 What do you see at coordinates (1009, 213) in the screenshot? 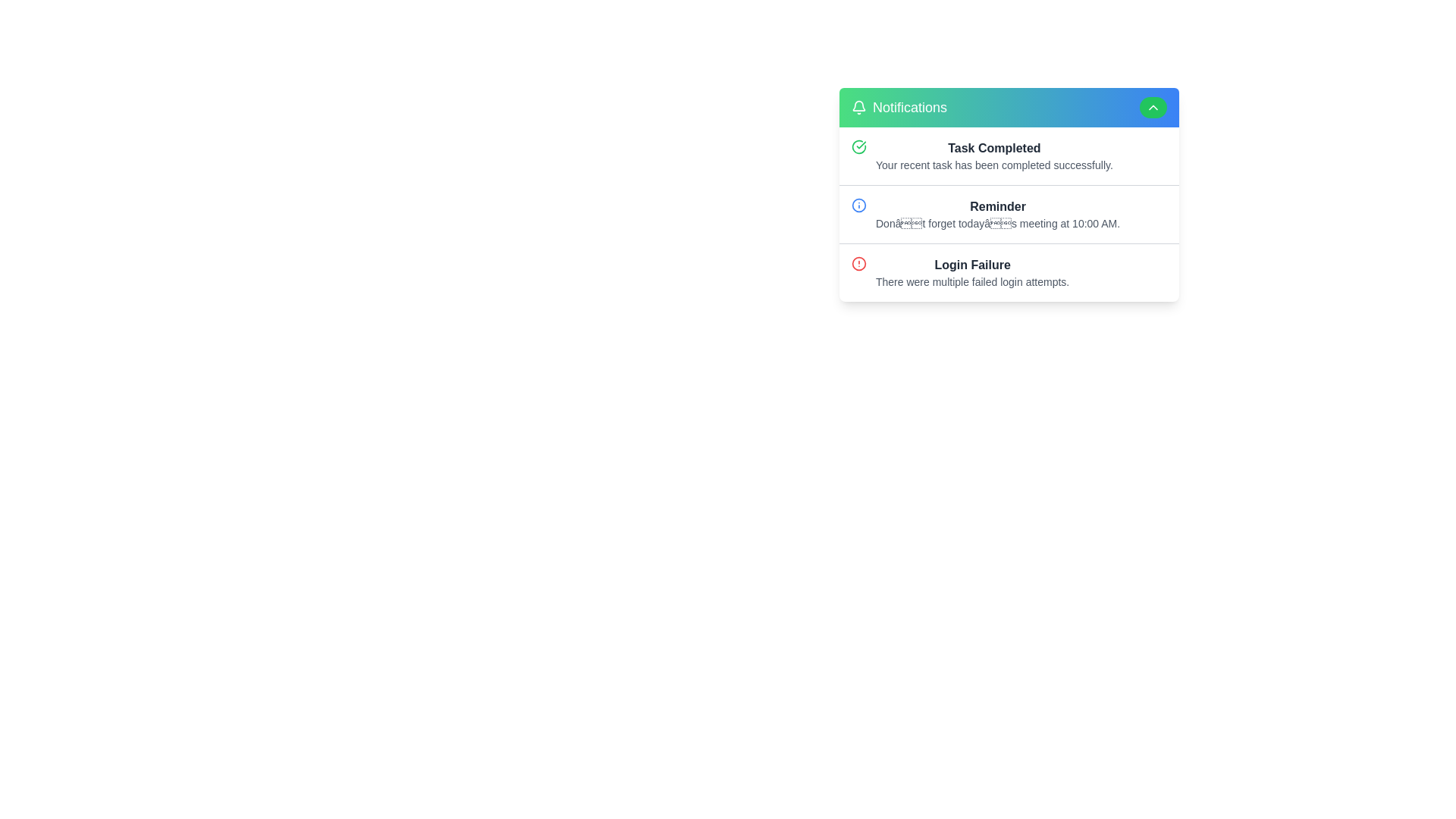
I see `the second informational notification that reminds the user of the meeting scheduled at 10:00 AM` at bounding box center [1009, 213].